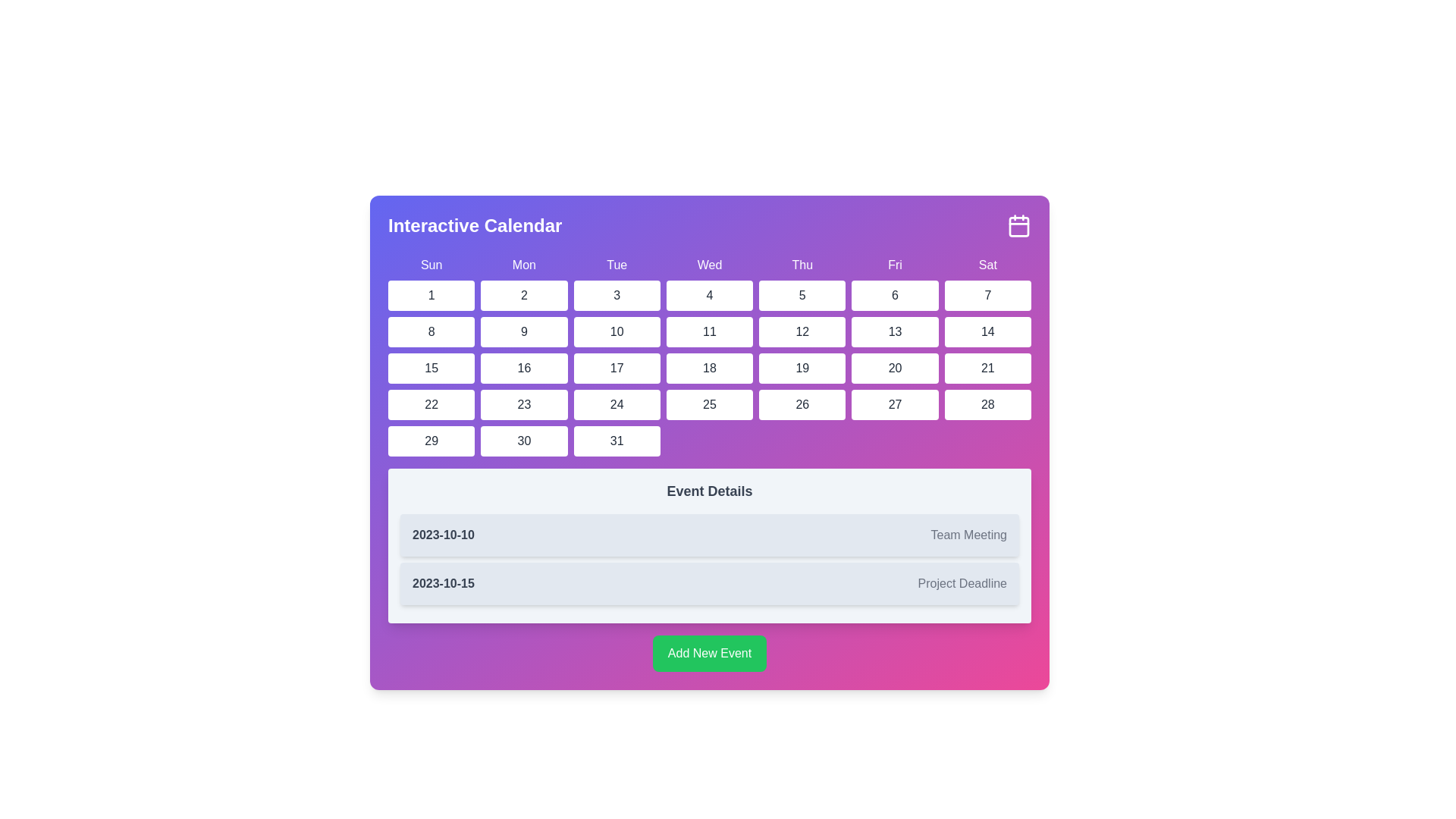 This screenshot has height=819, width=1456. Describe the element at coordinates (709, 403) in the screenshot. I see `the day button in the calendar interface located in the 'Wed' column, fifth row from the top, to change its appearance` at that location.